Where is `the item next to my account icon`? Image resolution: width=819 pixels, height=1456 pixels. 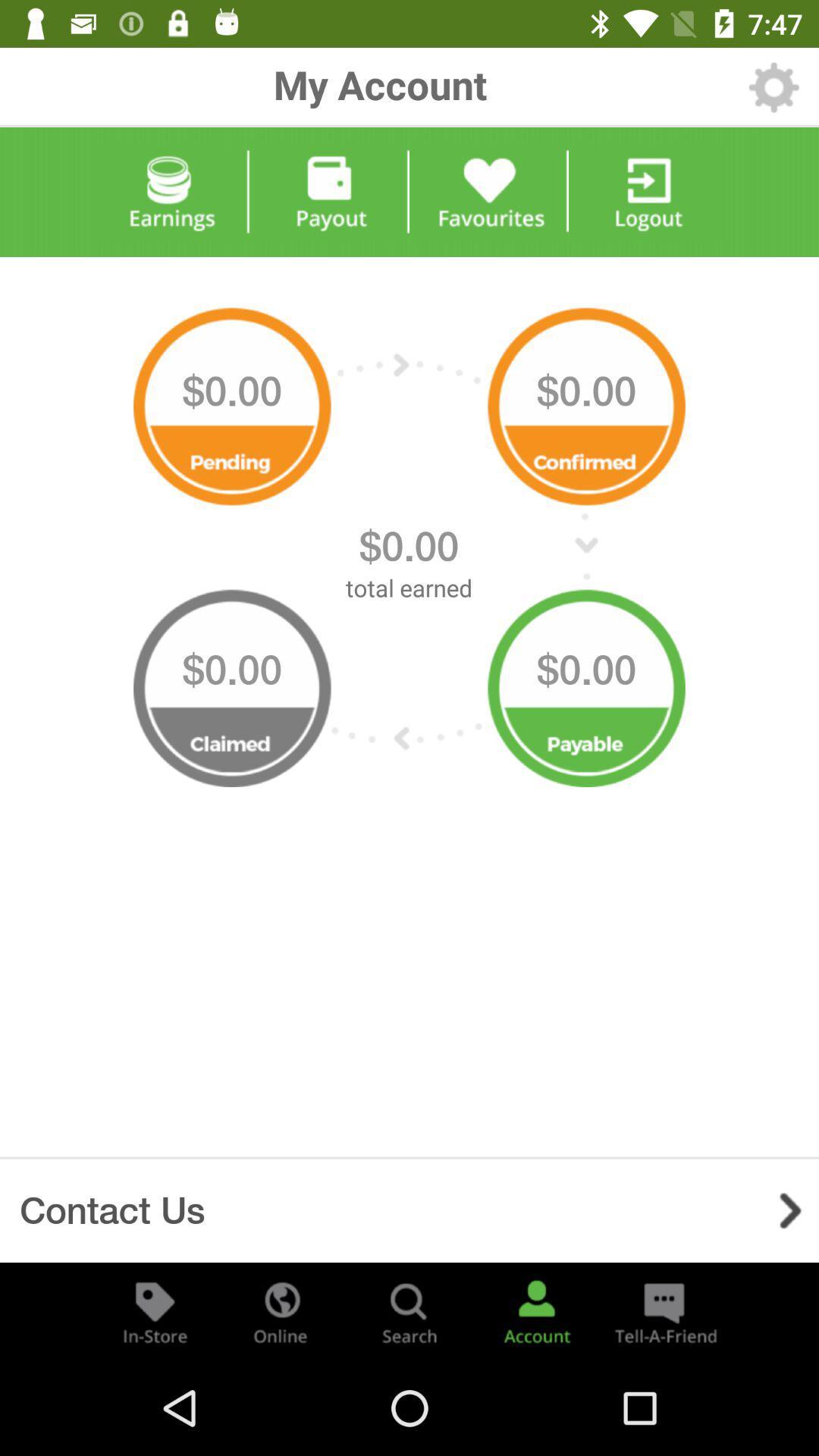
the item next to my account icon is located at coordinates (773, 86).